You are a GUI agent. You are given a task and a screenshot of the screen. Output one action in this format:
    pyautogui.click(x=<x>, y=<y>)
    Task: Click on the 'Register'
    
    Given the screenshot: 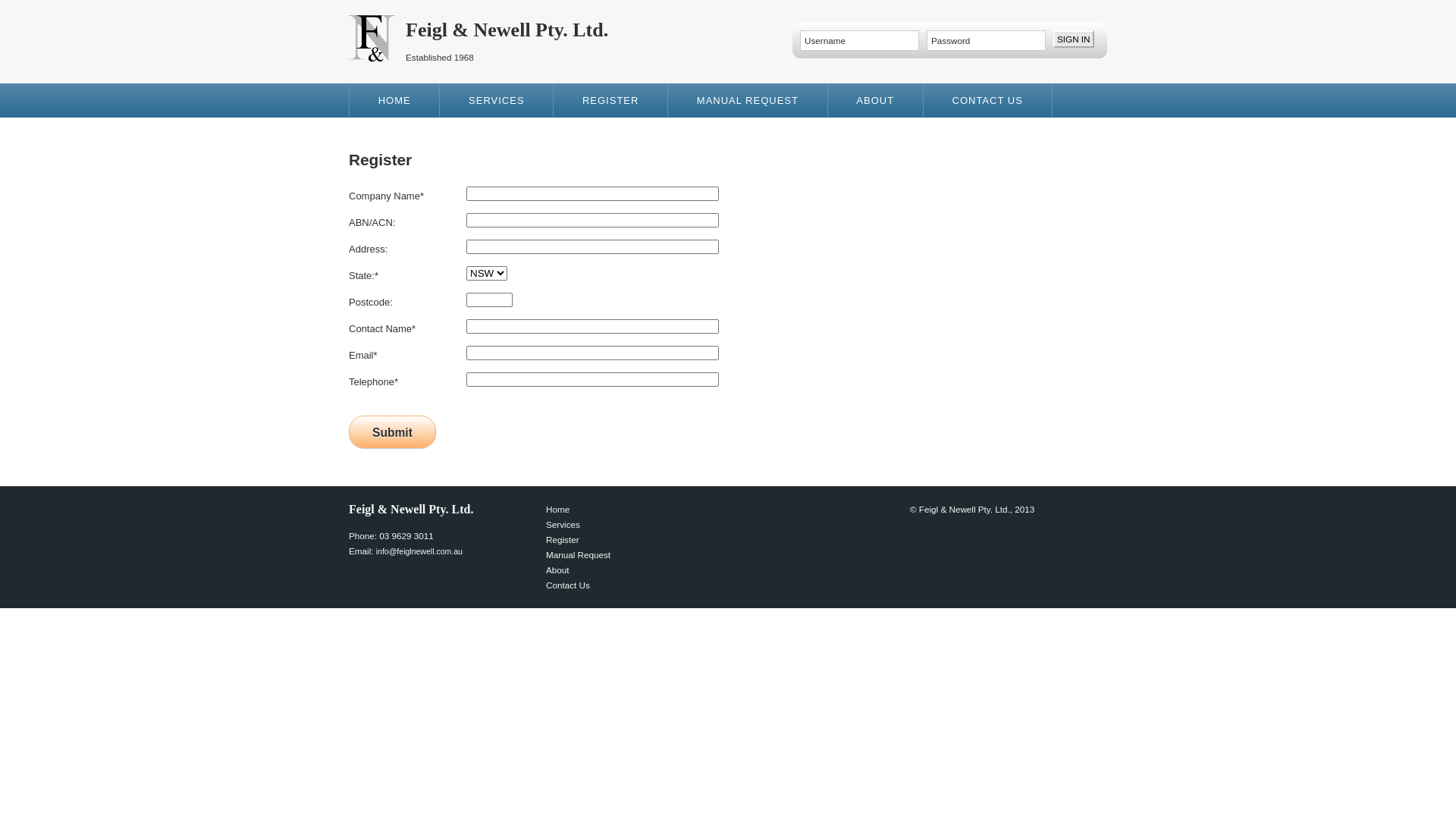 What is the action you would take?
    pyautogui.click(x=562, y=538)
    